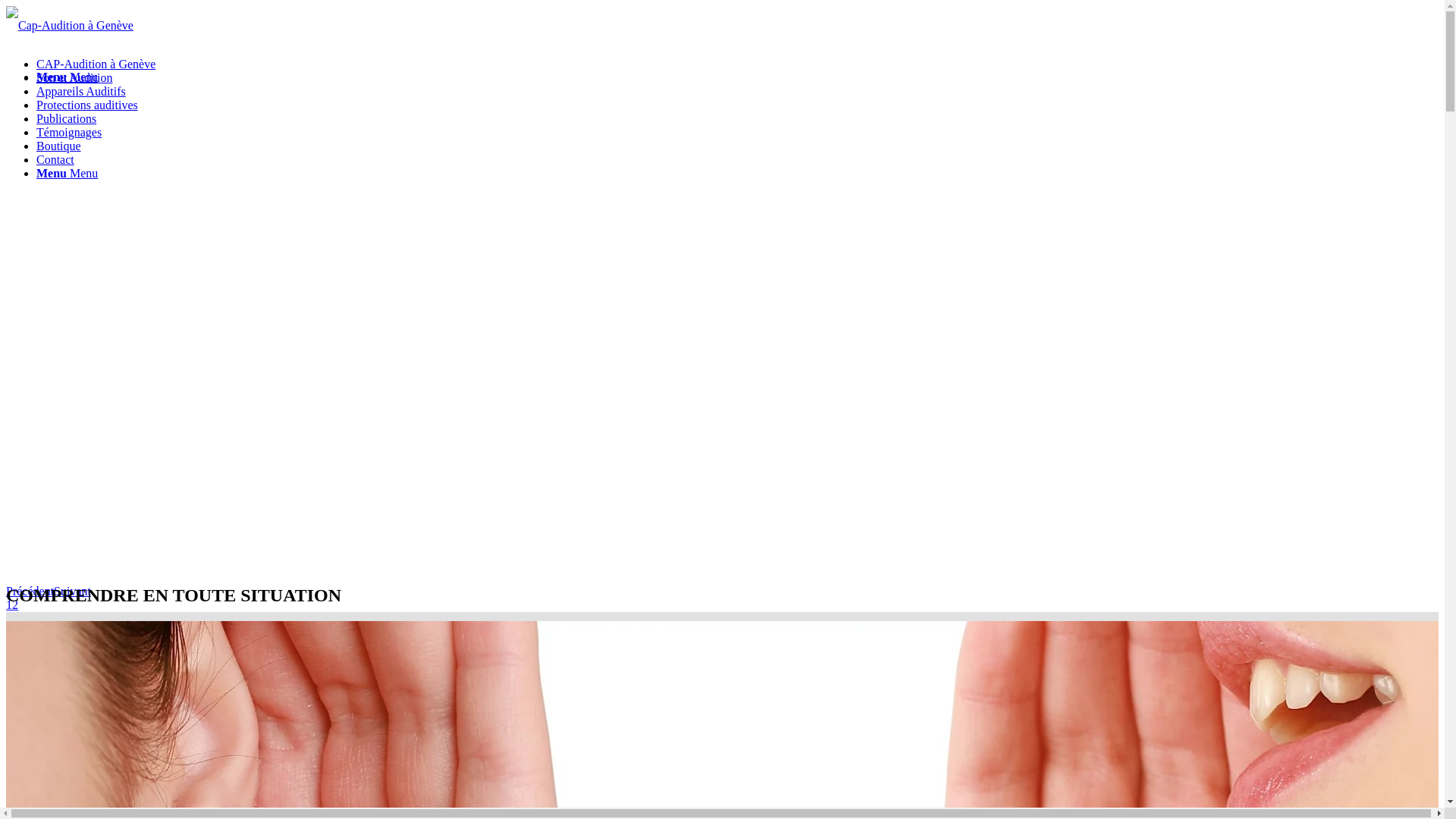 The height and width of the screenshot is (819, 1456). Describe the element at coordinates (71, 590) in the screenshot. I see `'Suivant'` at that location.